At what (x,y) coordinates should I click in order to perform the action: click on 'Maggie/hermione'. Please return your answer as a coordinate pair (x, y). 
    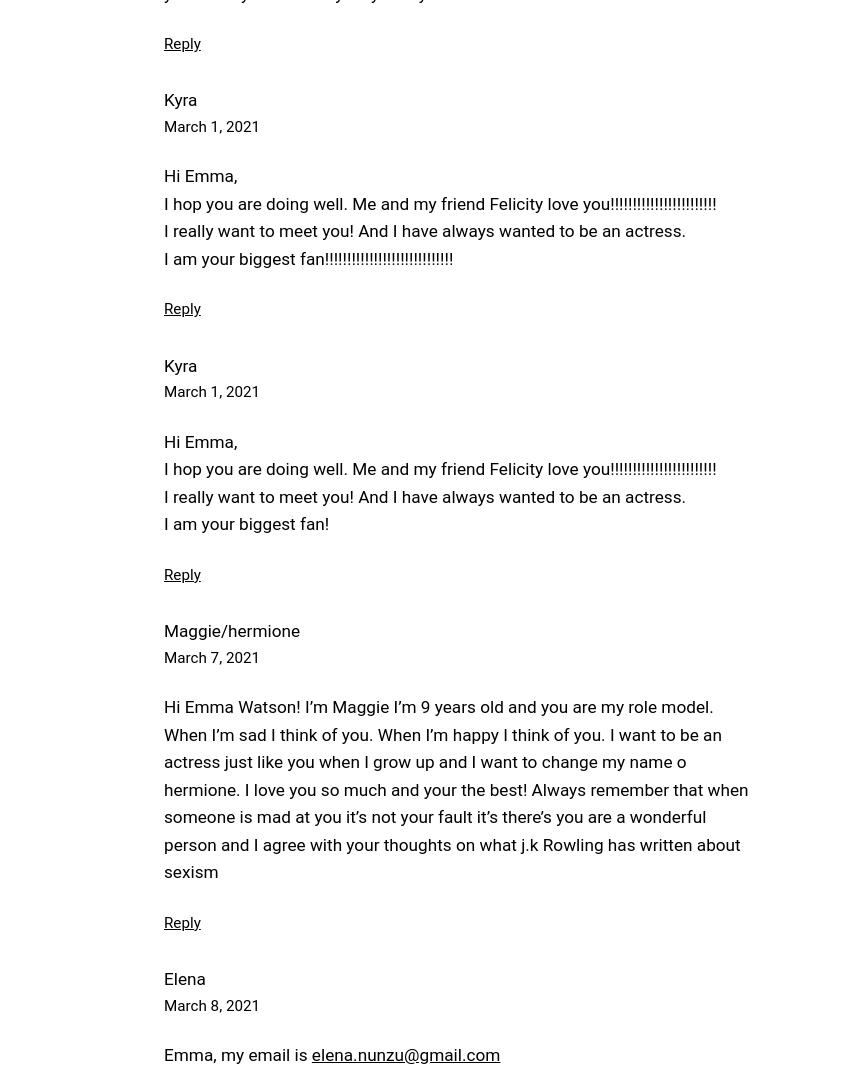
    Looking at the image, I should click on (231, 630).